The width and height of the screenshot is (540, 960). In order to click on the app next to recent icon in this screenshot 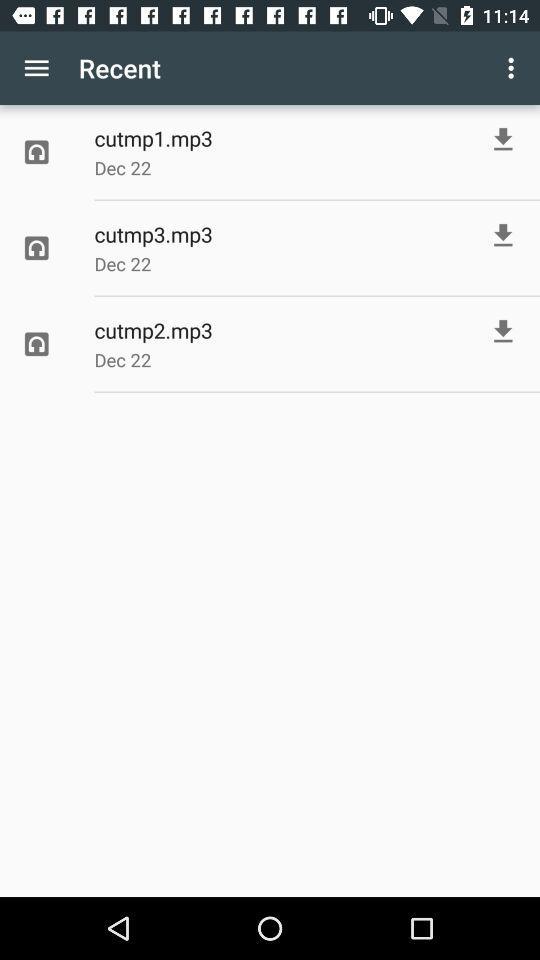, I will do `click(36, 68)`.